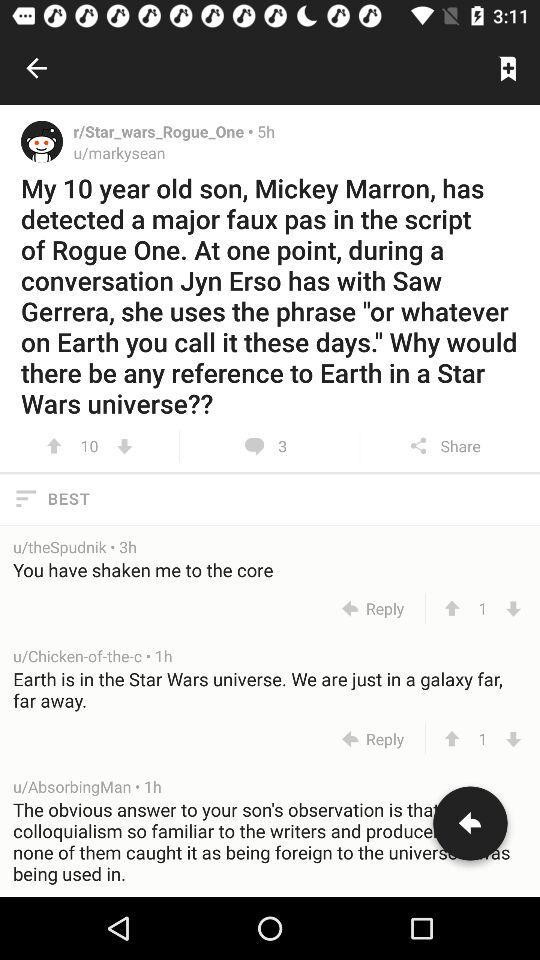 This screenshot has height=960, width=540. Describe the element at coordinates (470, 827) in the screenshot. I see `share` at that location.